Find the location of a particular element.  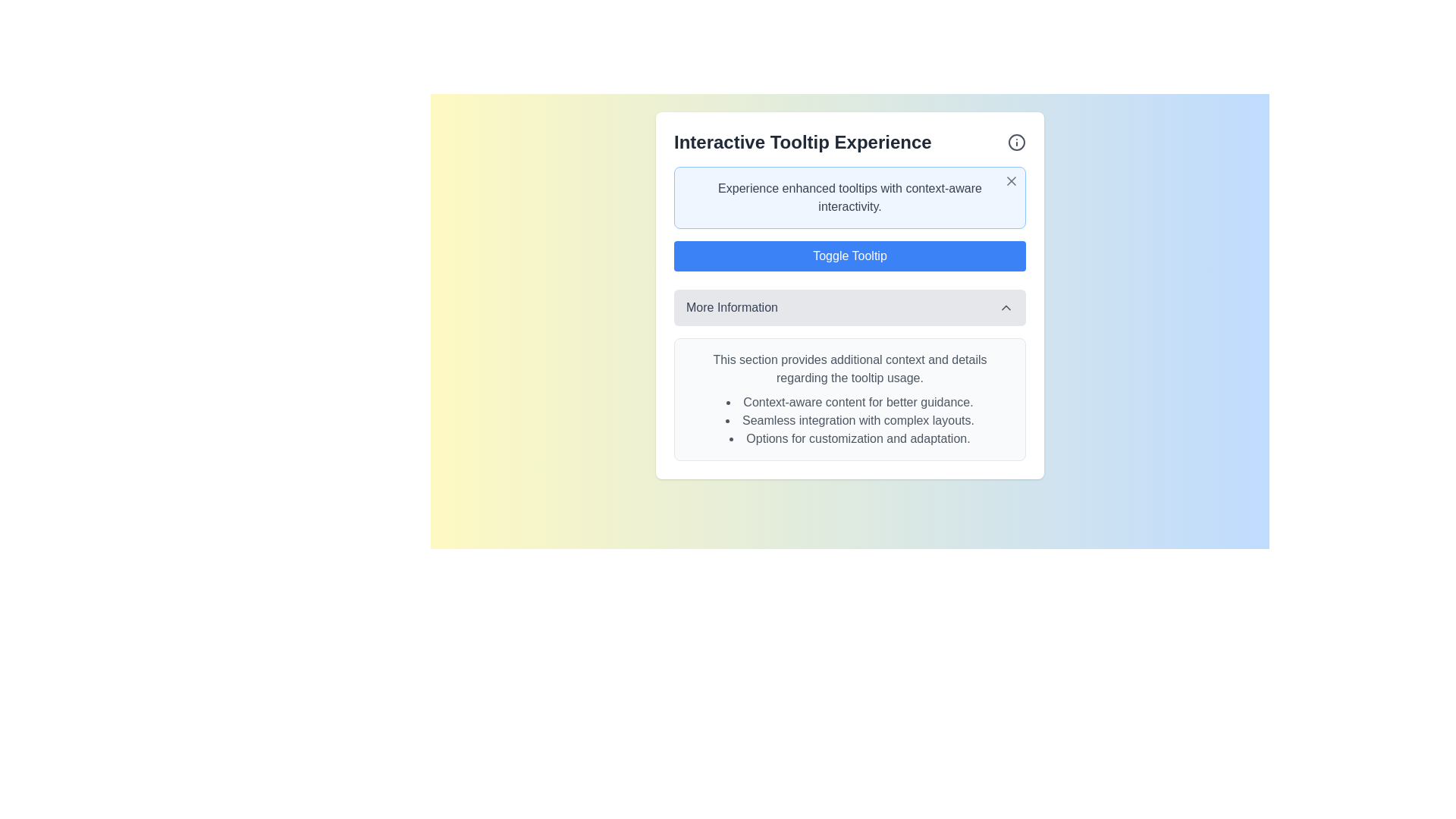

the informational icon located at the top-right corner of the 'Interactive Tooltip Experience' section is located at coordinates (1016, 143).